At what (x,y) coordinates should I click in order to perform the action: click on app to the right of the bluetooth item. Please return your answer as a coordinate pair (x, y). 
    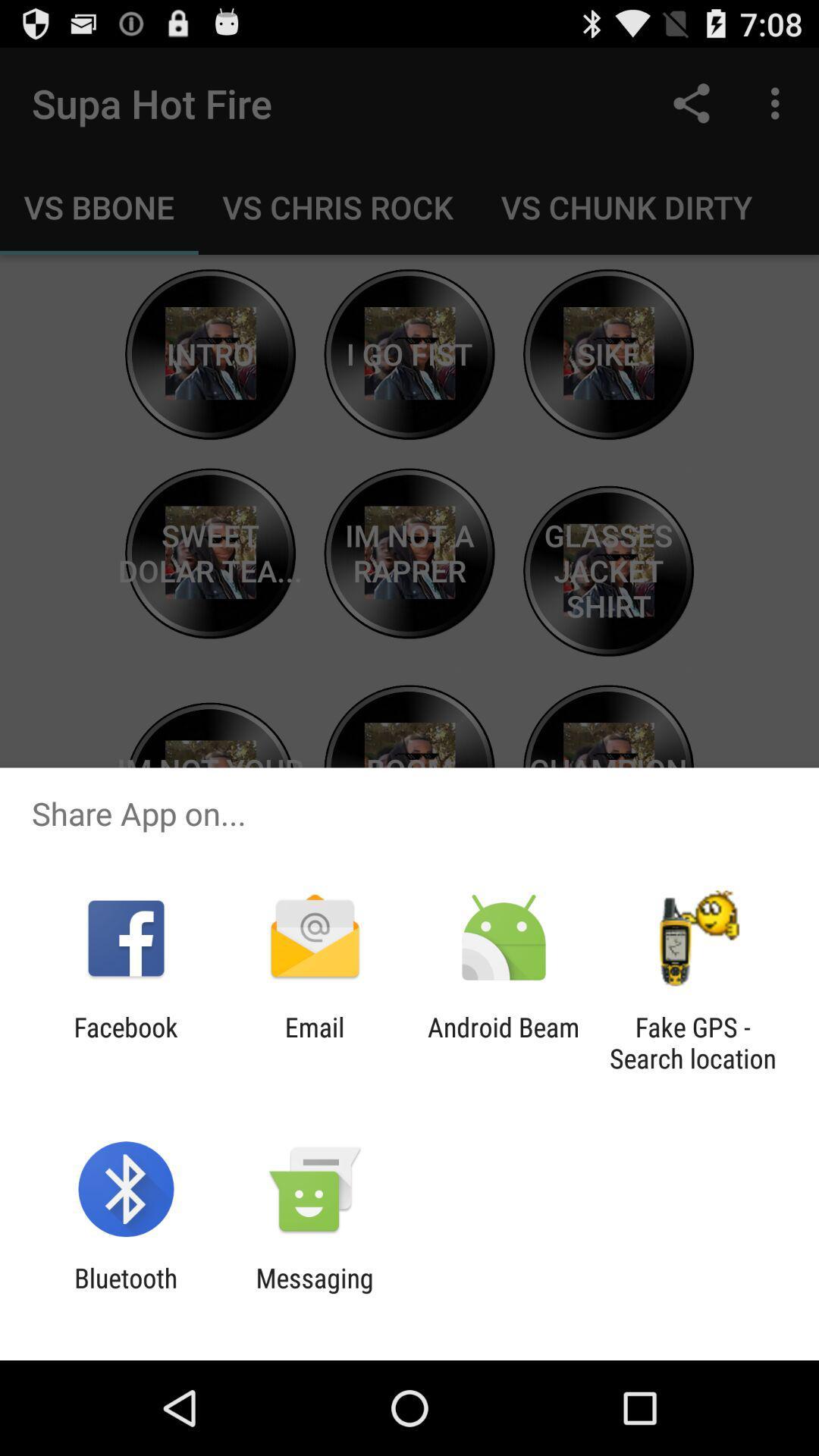
    Looking at the image, I should click on (314, 1293).